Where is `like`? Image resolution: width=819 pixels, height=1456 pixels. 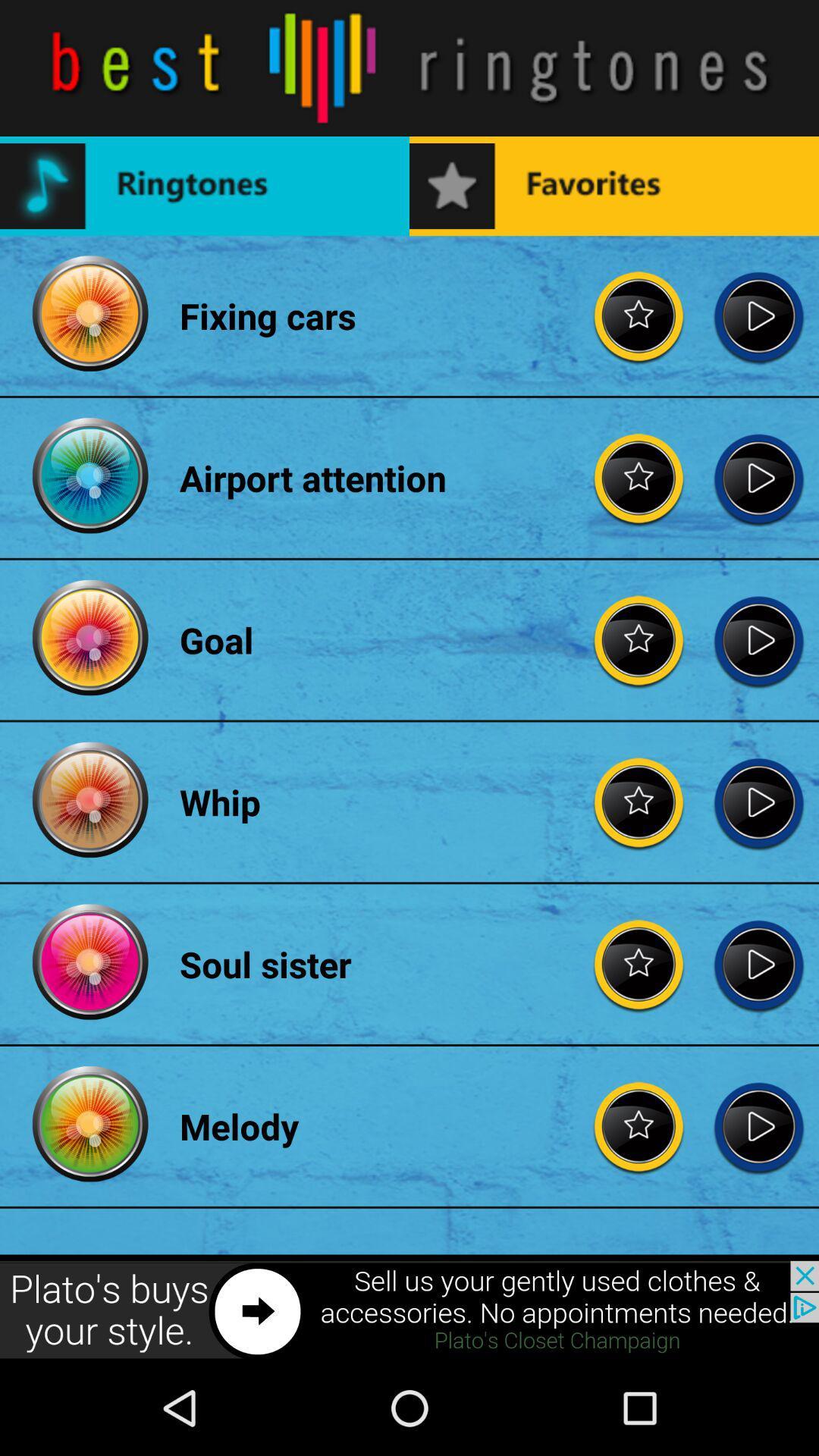 like is located at coordinates (639, 315).